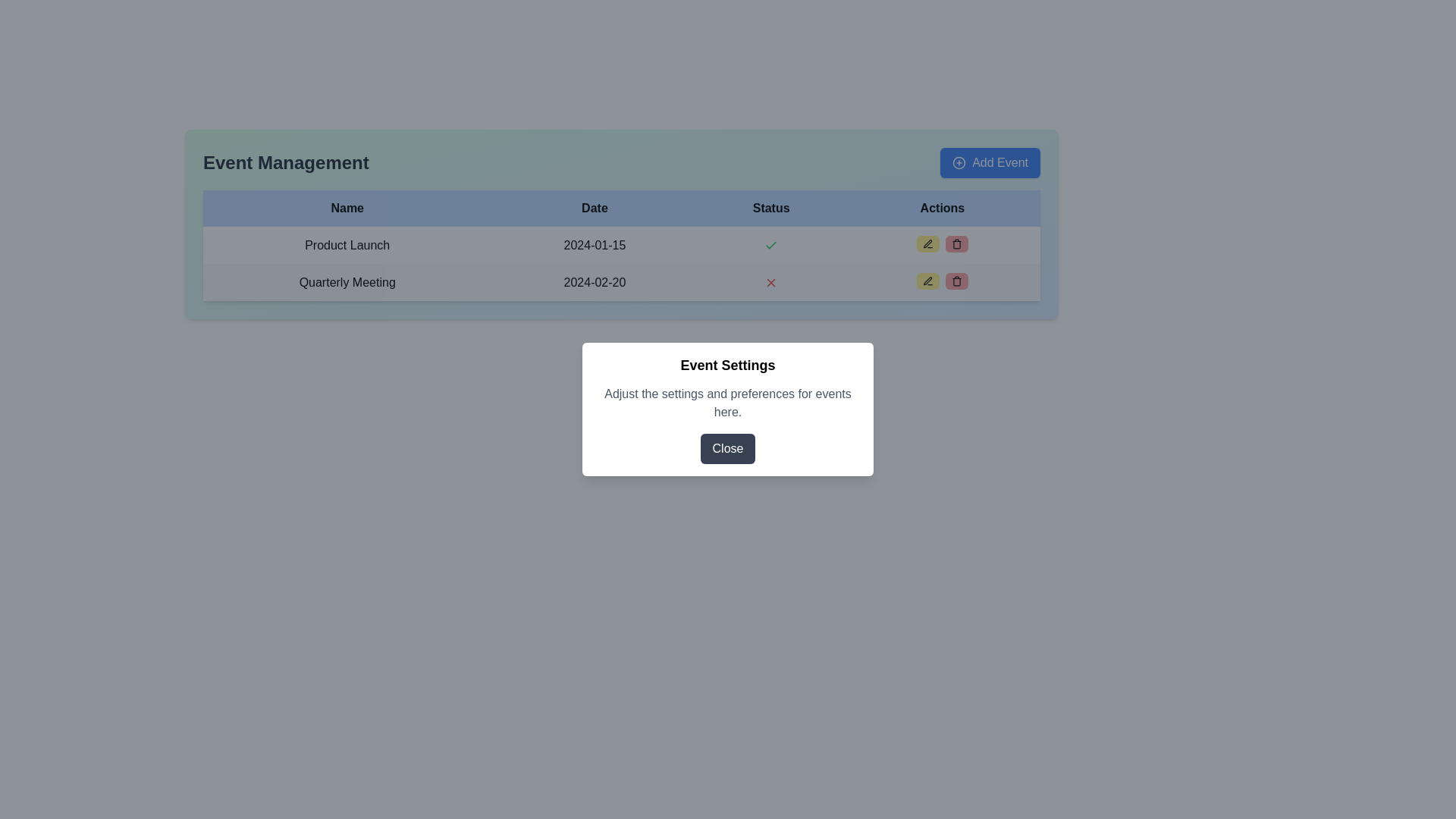 The image size is (1456, 819). I want to click on the 'Add Event' button, which is a rectangular button with a blue background and white text, located in the top-right corner of the 'Event Management' interface, so click(990, 163).